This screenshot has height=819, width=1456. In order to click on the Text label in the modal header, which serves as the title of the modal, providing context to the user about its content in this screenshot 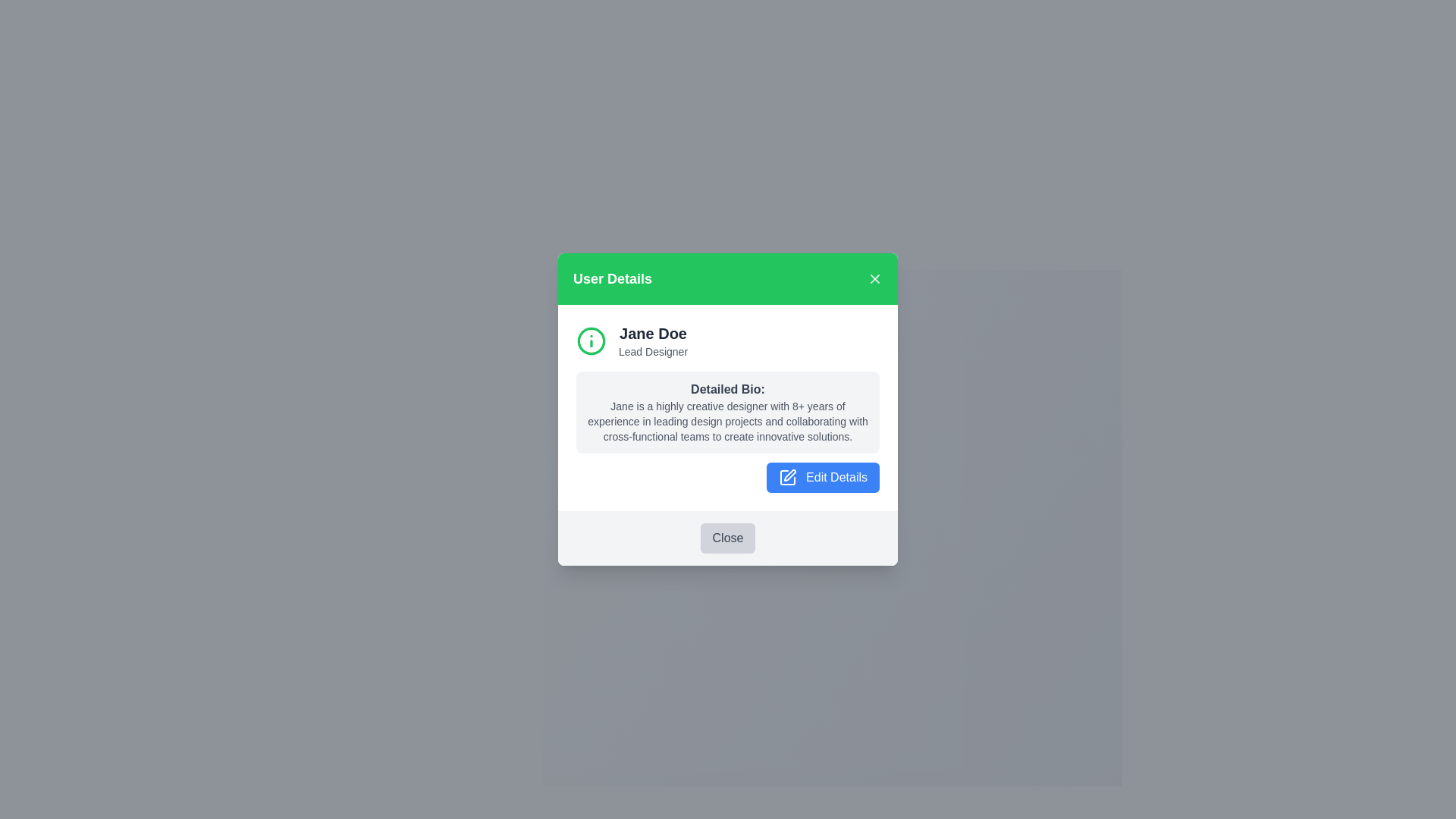, I will do `click(612, 278)`.